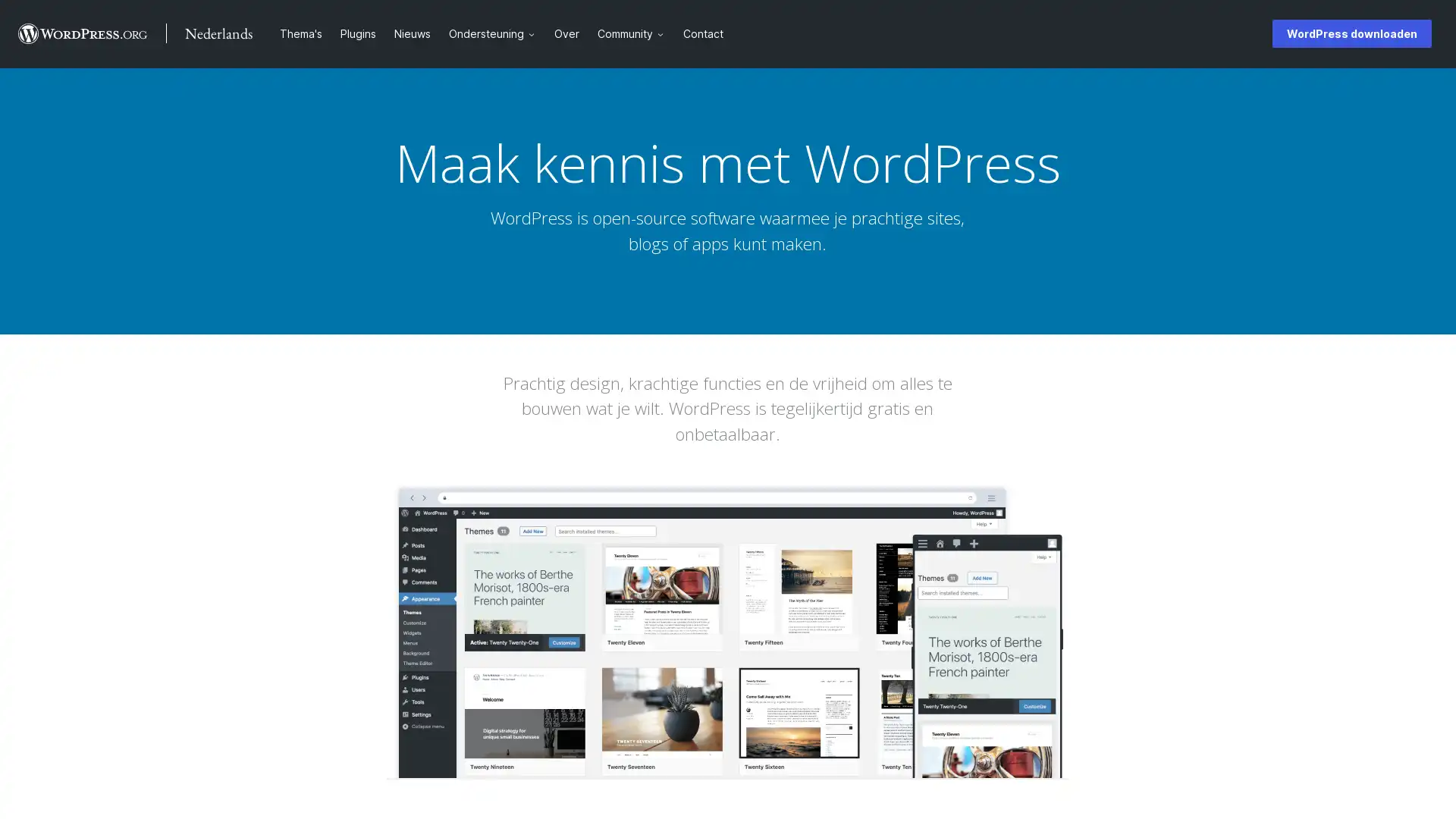 The image size is (1456, 819). I want to click on Ondersteuning submenu, so click(535, 33).